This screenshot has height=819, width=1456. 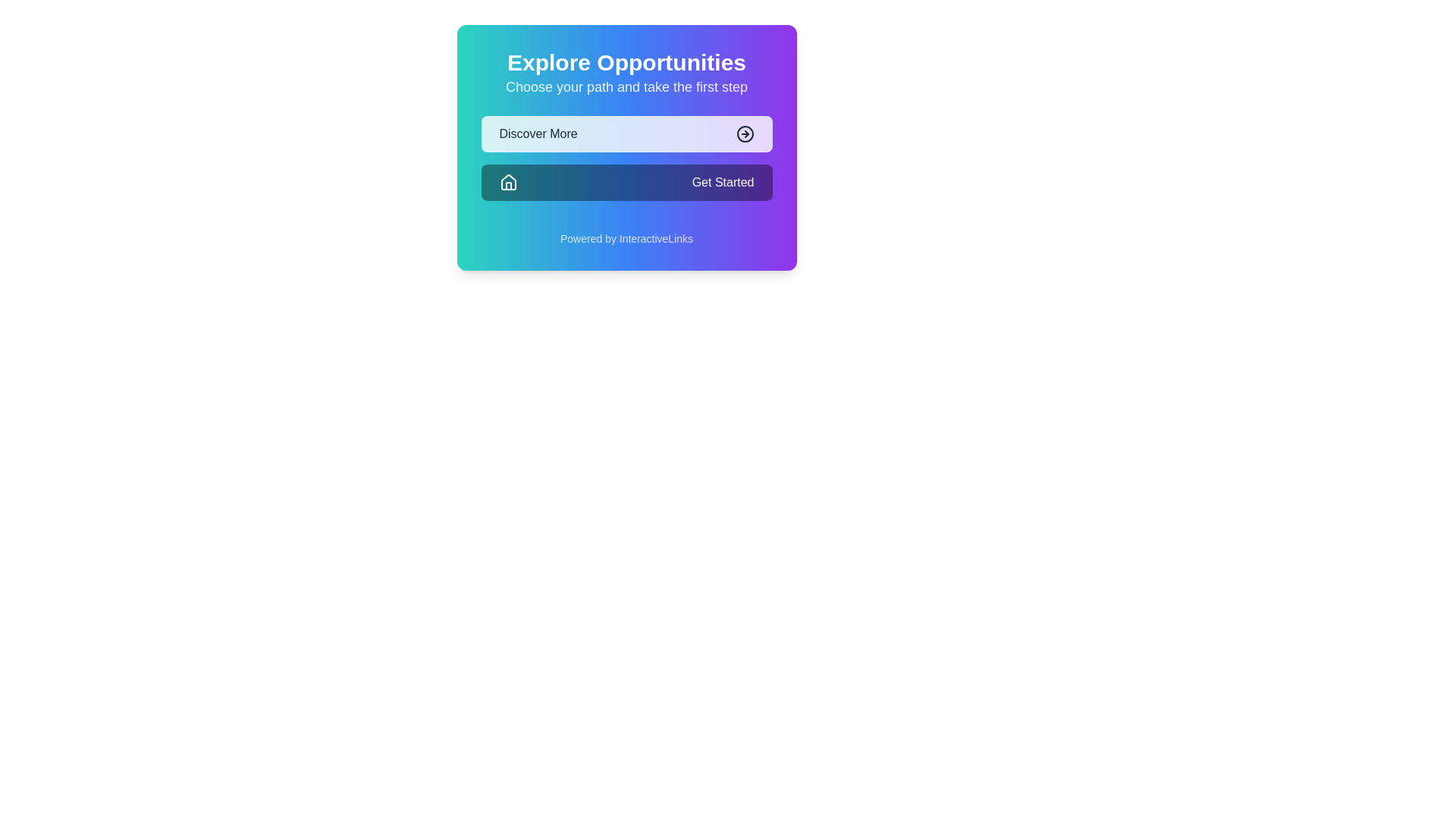 I want to click on the house-like icon with a triangular roof and a rectangular base, which is part of an SVG graphic representing a house, located at the center of the graphic's upper portion, so click(x=508, y=181).